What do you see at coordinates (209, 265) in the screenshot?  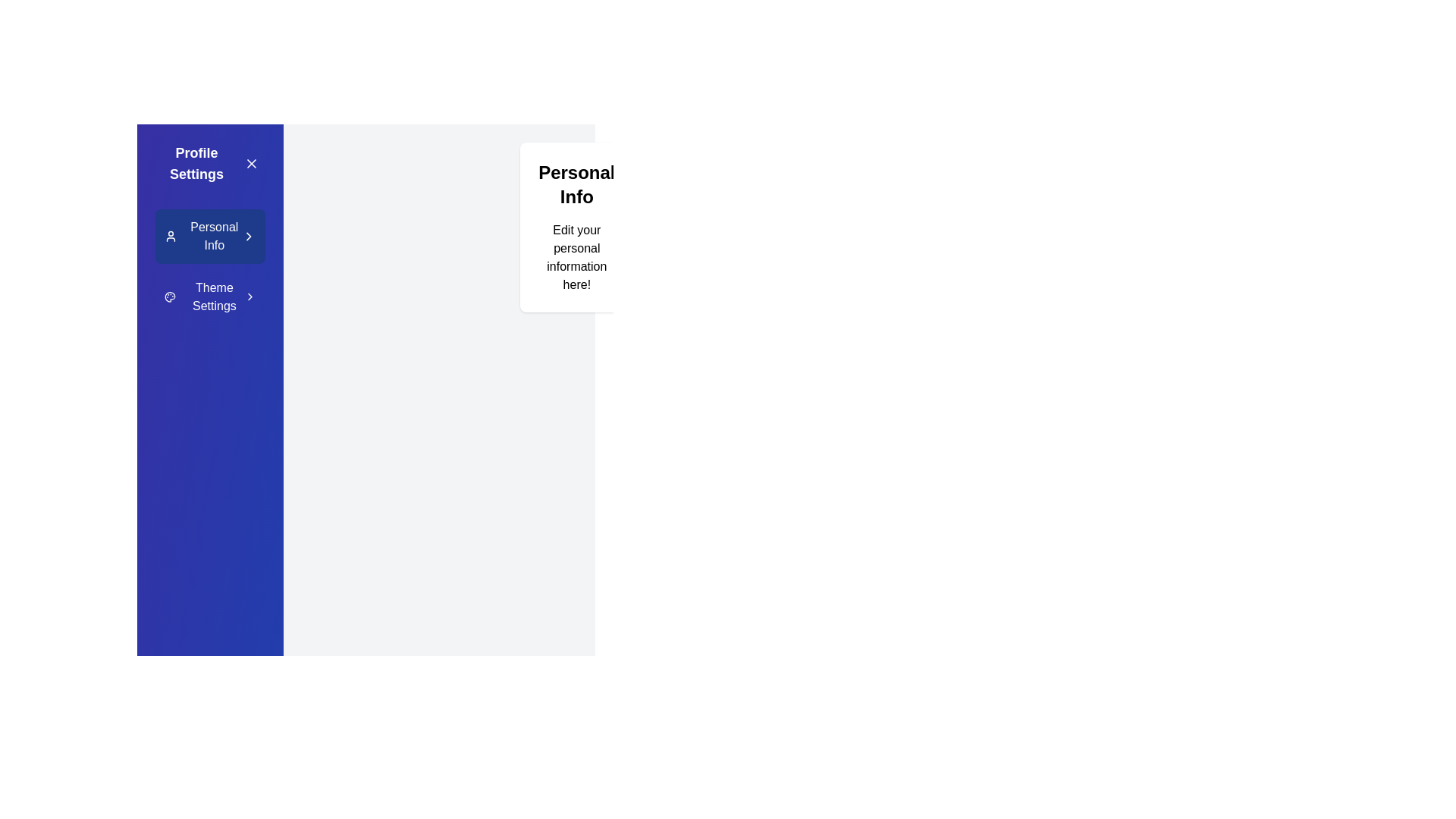 I see `the 'Personal Info' option in the navigation menu located in the left sidebar of the 'Profile Settings' section` at bounding box center [209, 265].